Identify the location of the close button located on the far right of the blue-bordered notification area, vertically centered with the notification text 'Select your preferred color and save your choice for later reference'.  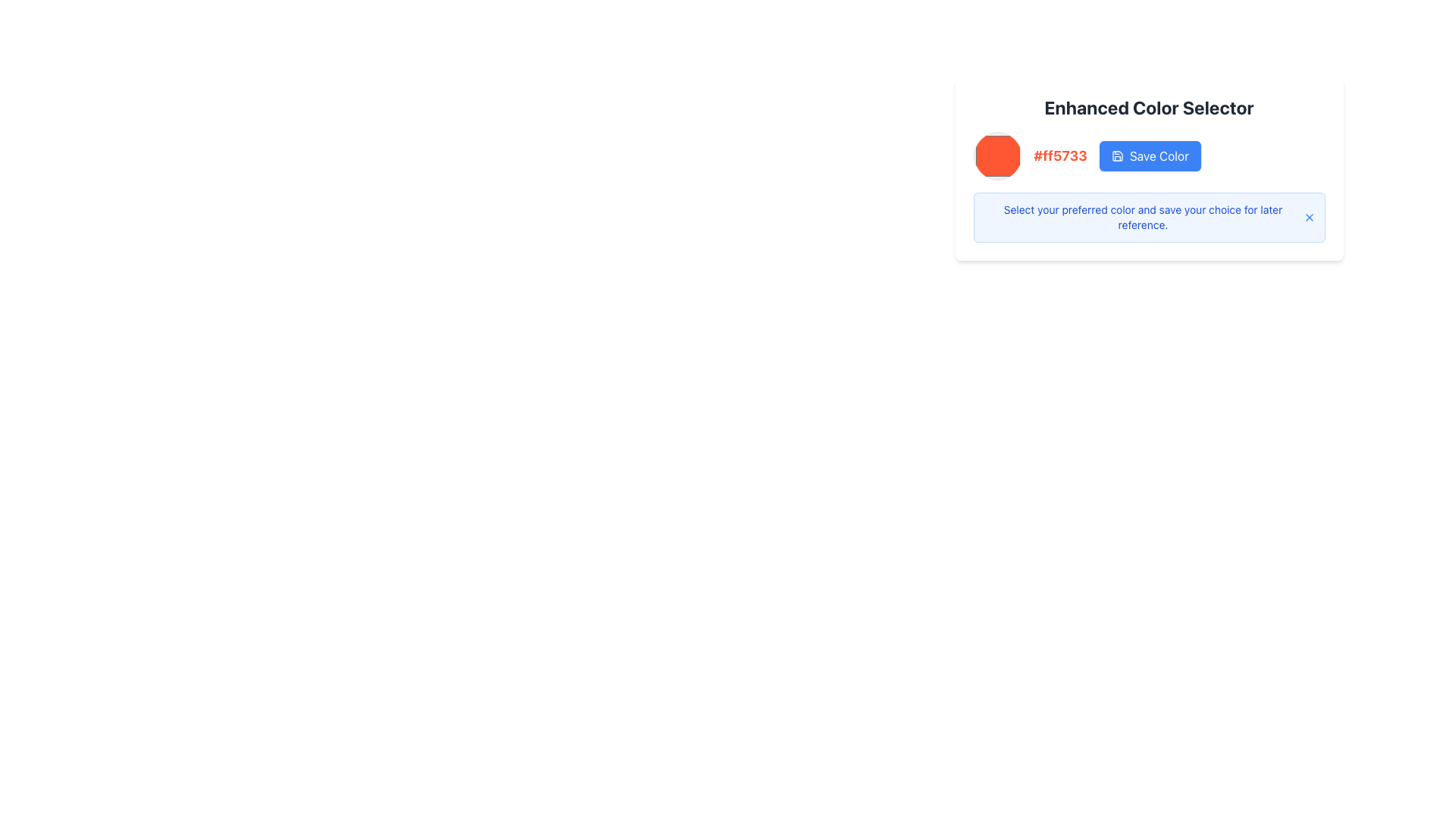
(1308, 217).